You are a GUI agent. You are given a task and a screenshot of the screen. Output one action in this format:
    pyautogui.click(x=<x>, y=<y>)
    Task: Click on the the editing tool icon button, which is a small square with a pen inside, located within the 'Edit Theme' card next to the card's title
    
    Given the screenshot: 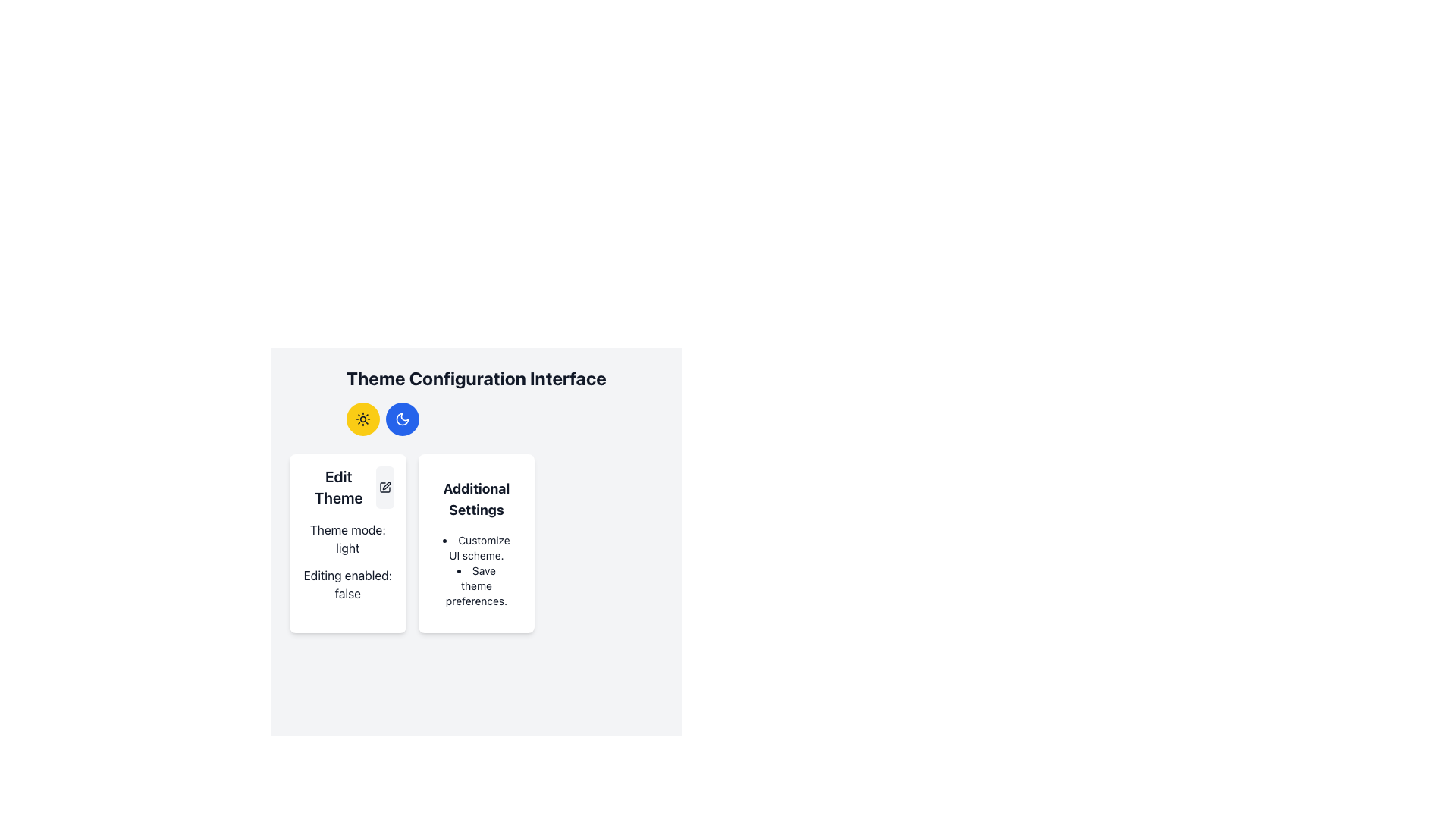 What is the action you would take?
    pyautogui.click(x=384, y=488)
    